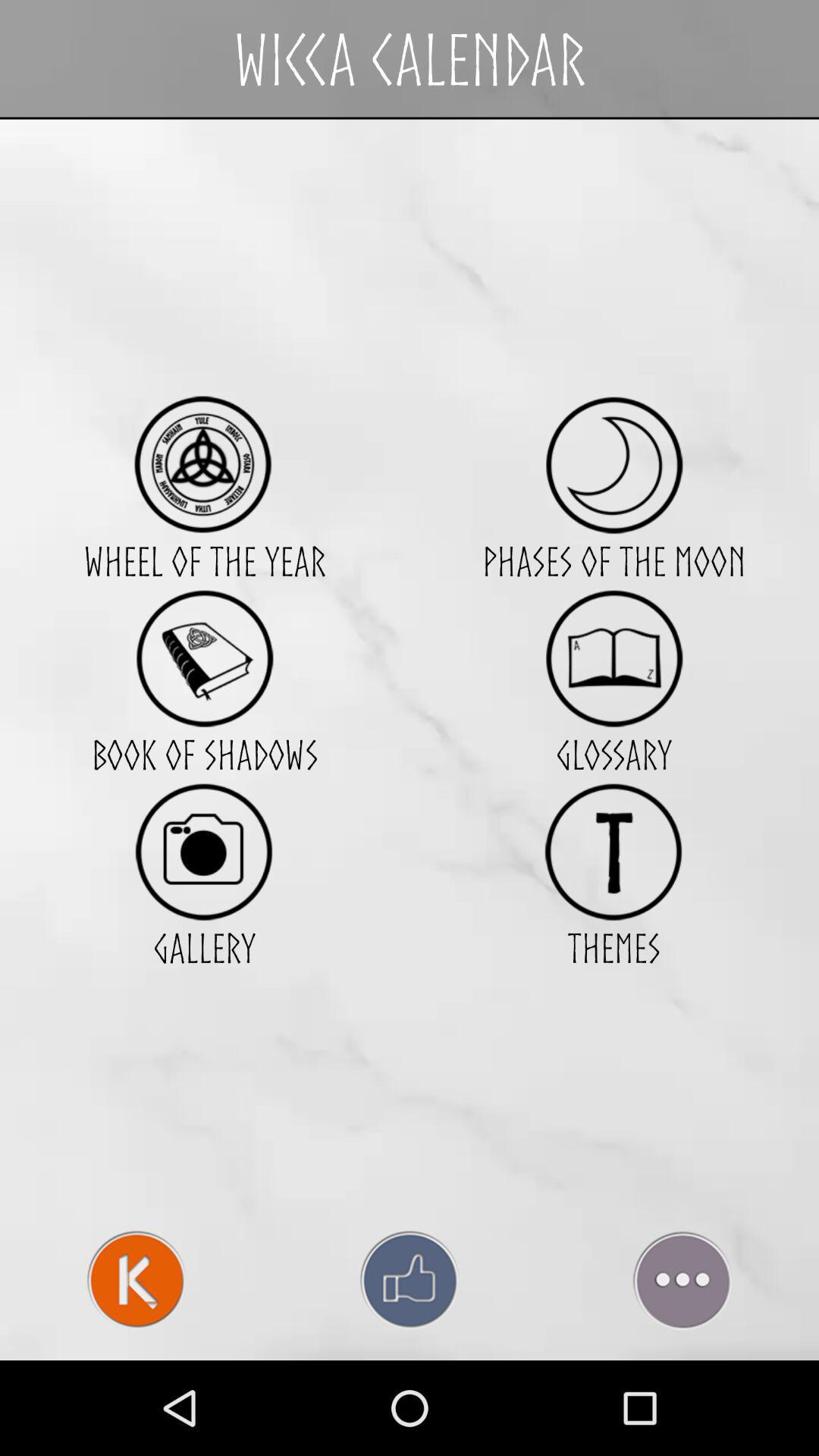 The width and height of the screenshot is (819, 1456). Describe the element at coordinates (409, 1279) in the screenshot. I see `the item below the gallery icon` at that location.